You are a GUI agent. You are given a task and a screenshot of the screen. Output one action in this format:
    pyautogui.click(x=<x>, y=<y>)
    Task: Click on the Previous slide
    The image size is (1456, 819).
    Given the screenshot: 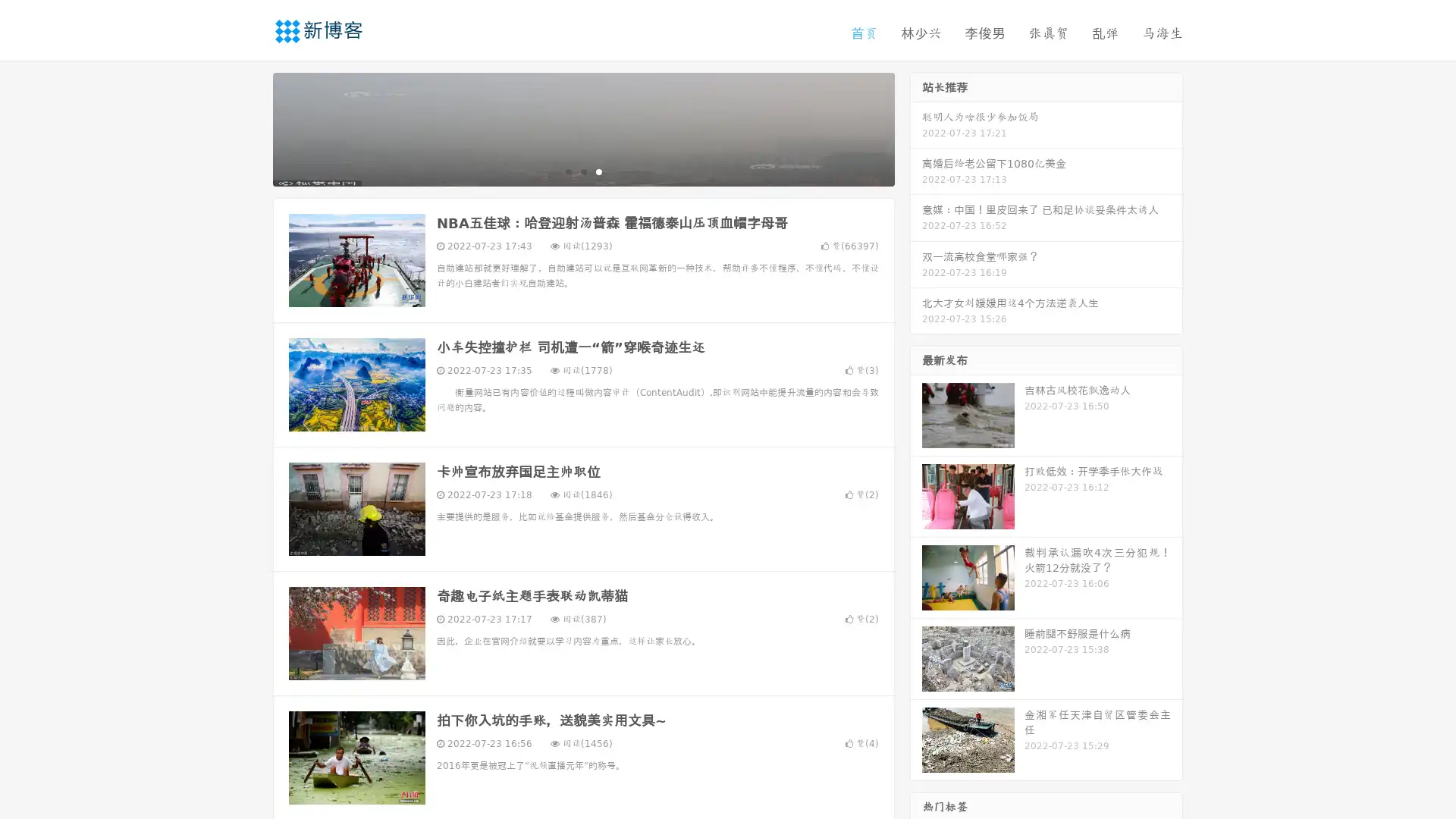 What is the action you would take?
    pyautogui.click(x=250, y=127)
    